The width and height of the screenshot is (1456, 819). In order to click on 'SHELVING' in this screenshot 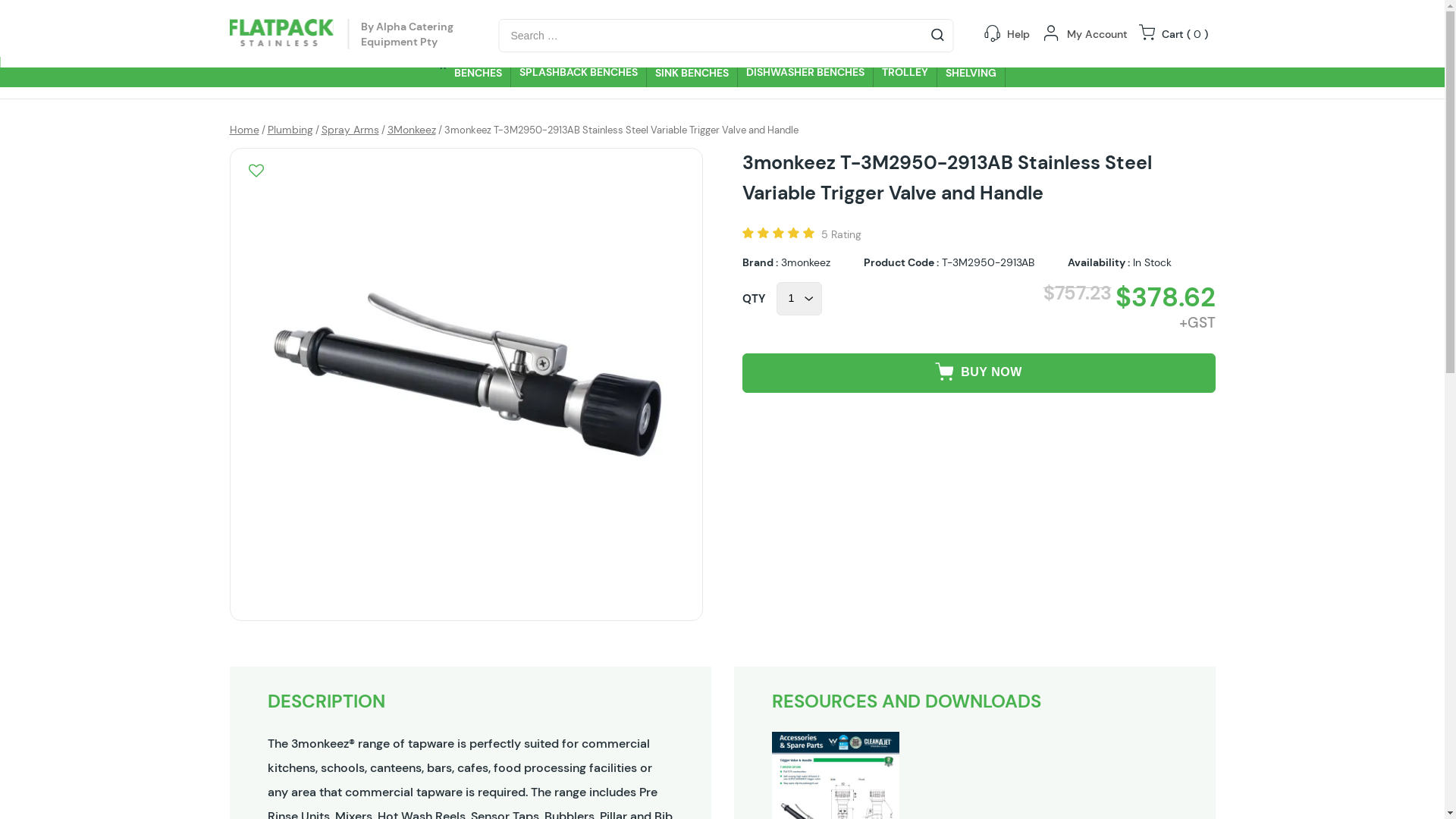, I will do `click(971, 72)`.